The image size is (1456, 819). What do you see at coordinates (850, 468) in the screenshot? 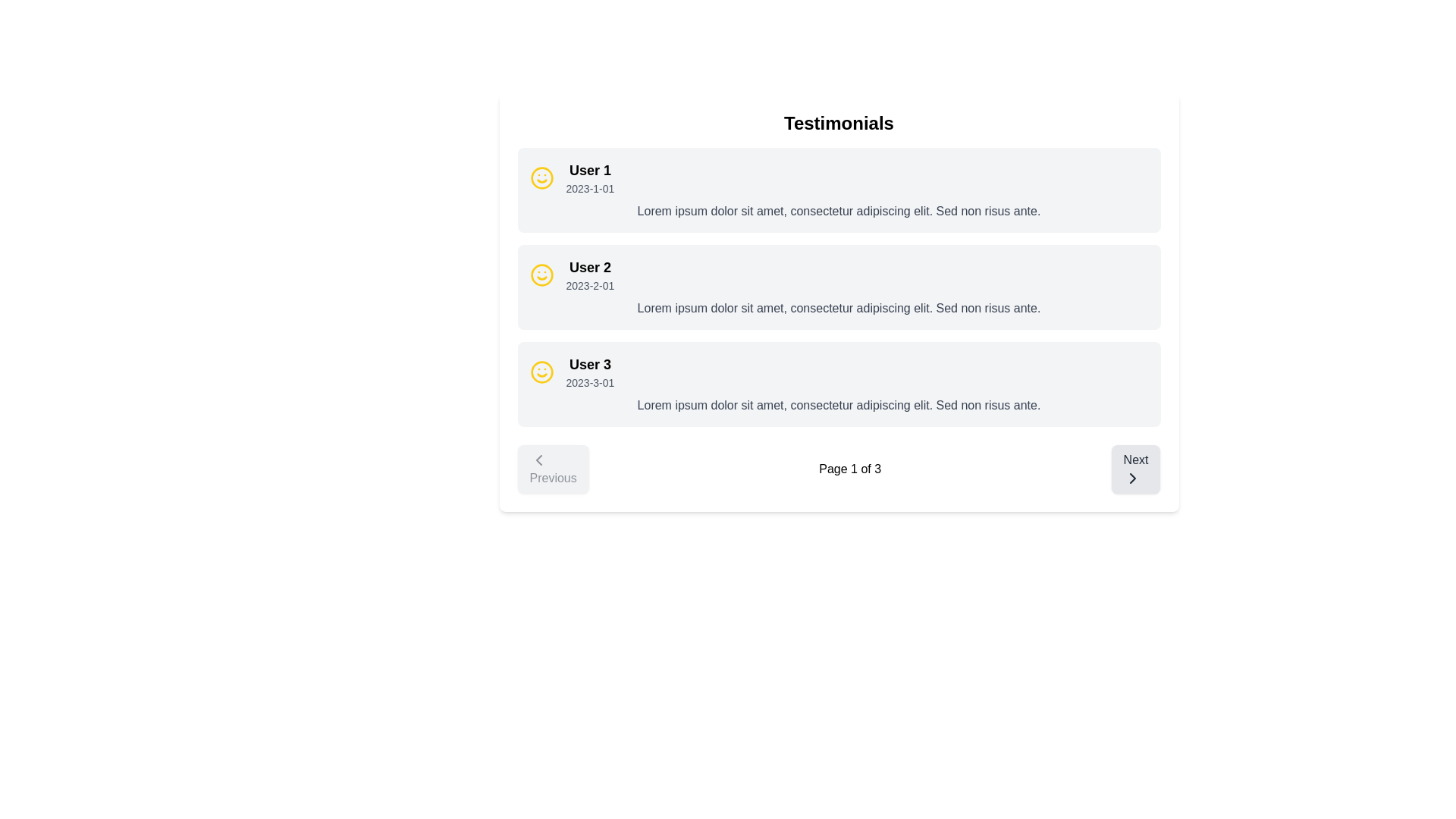
I see `the text label displaying 'Page 1 of 3' located centrally in the pagination control at the bottom of the UI, positioned between the 'Previous' button on the left and the 'Next' button on the right` at bounding box center [850, 468].